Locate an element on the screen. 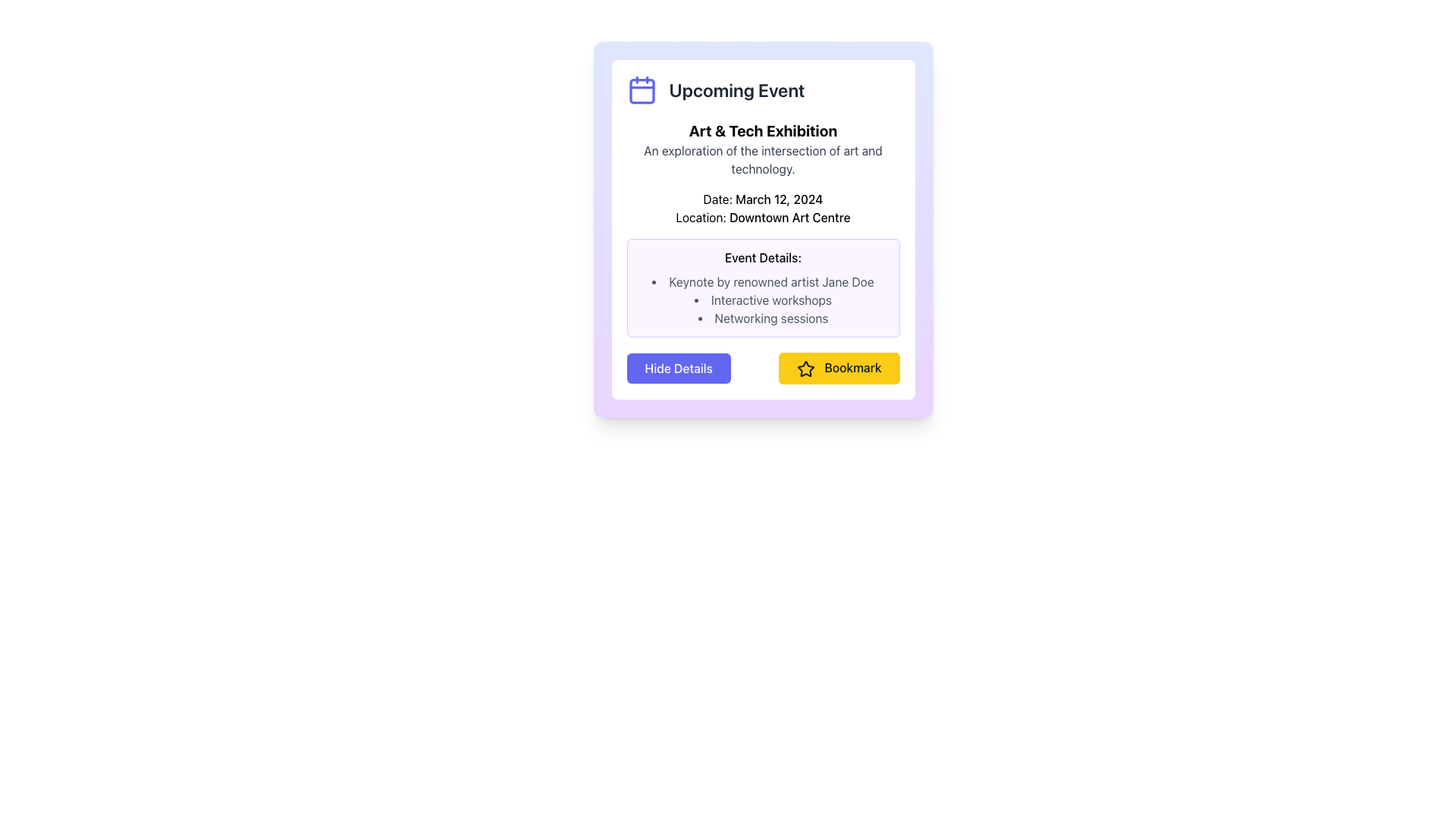  the yellow rectangular button labeled 'Bookmark' with a black outlined star icon is located at coordinates (838, 368).